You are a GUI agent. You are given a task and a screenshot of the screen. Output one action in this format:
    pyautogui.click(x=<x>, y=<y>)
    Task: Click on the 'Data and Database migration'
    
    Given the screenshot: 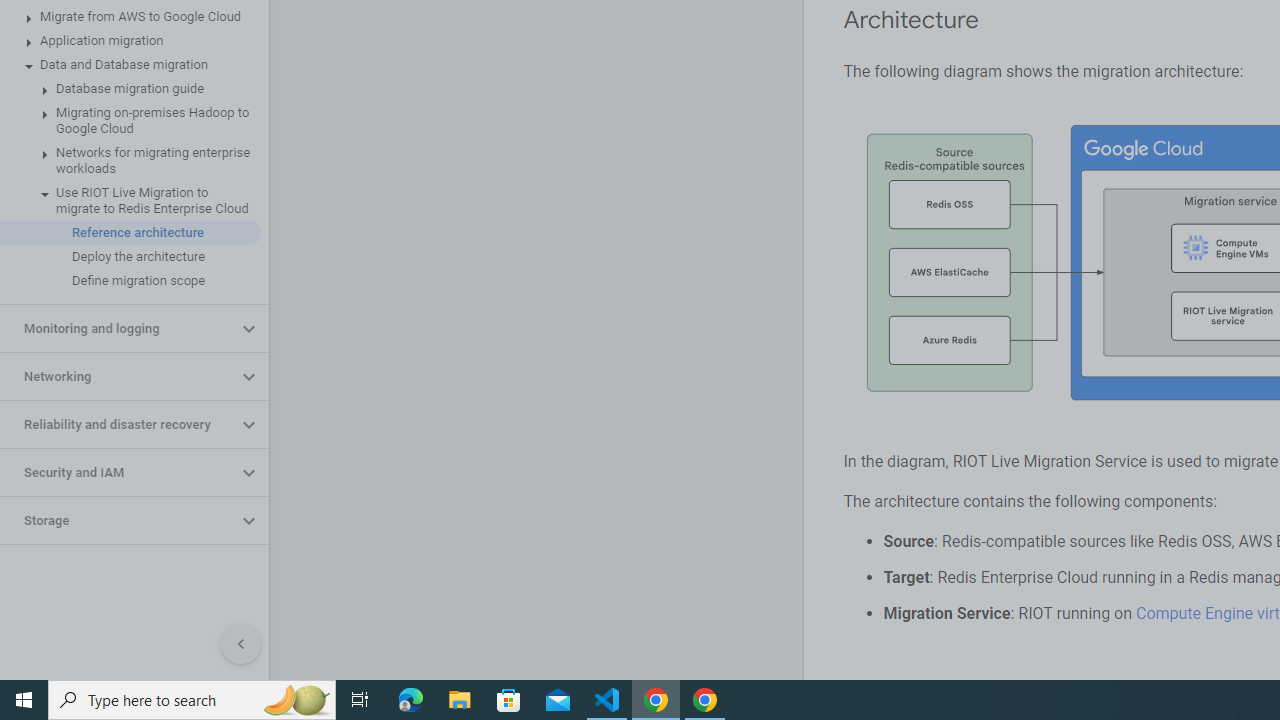 What is the action you would take?
    pyautogui.click(x=129, y=64)
    